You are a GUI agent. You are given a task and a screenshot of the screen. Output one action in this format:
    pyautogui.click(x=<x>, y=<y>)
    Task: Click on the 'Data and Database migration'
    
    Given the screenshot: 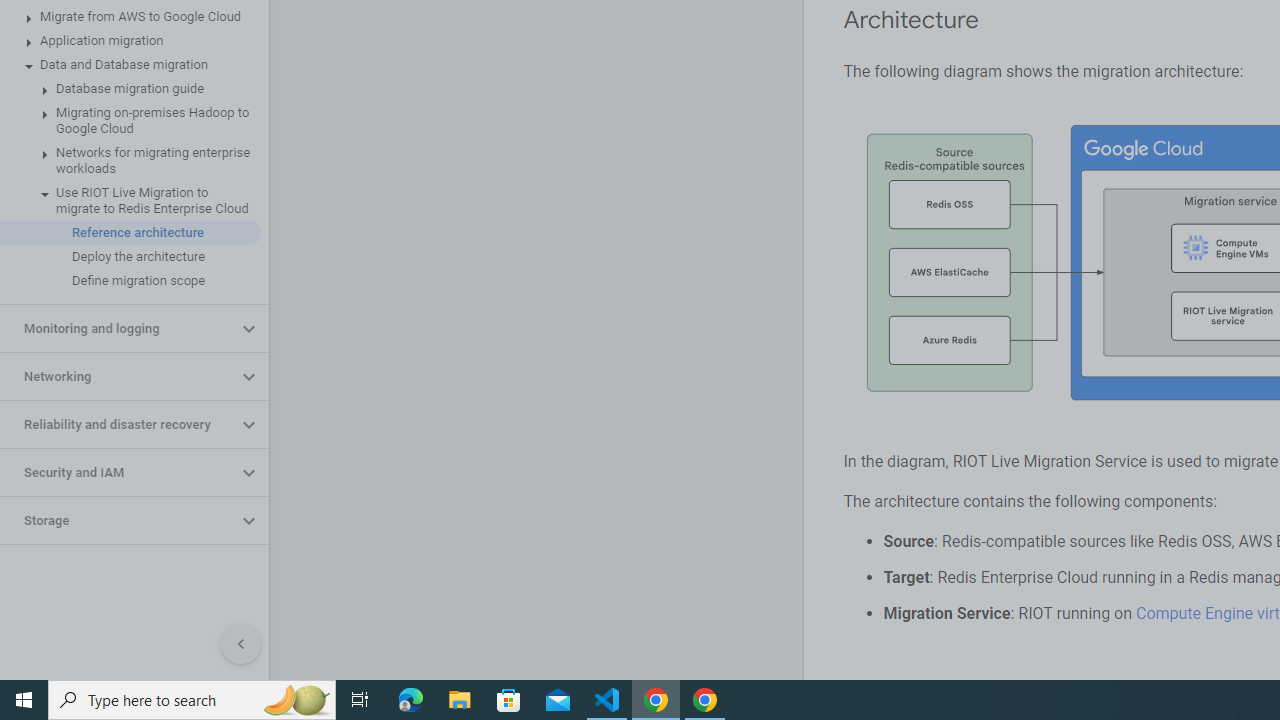 What is the action you would take?
    pyautogui.click(x=129, y=64)
    